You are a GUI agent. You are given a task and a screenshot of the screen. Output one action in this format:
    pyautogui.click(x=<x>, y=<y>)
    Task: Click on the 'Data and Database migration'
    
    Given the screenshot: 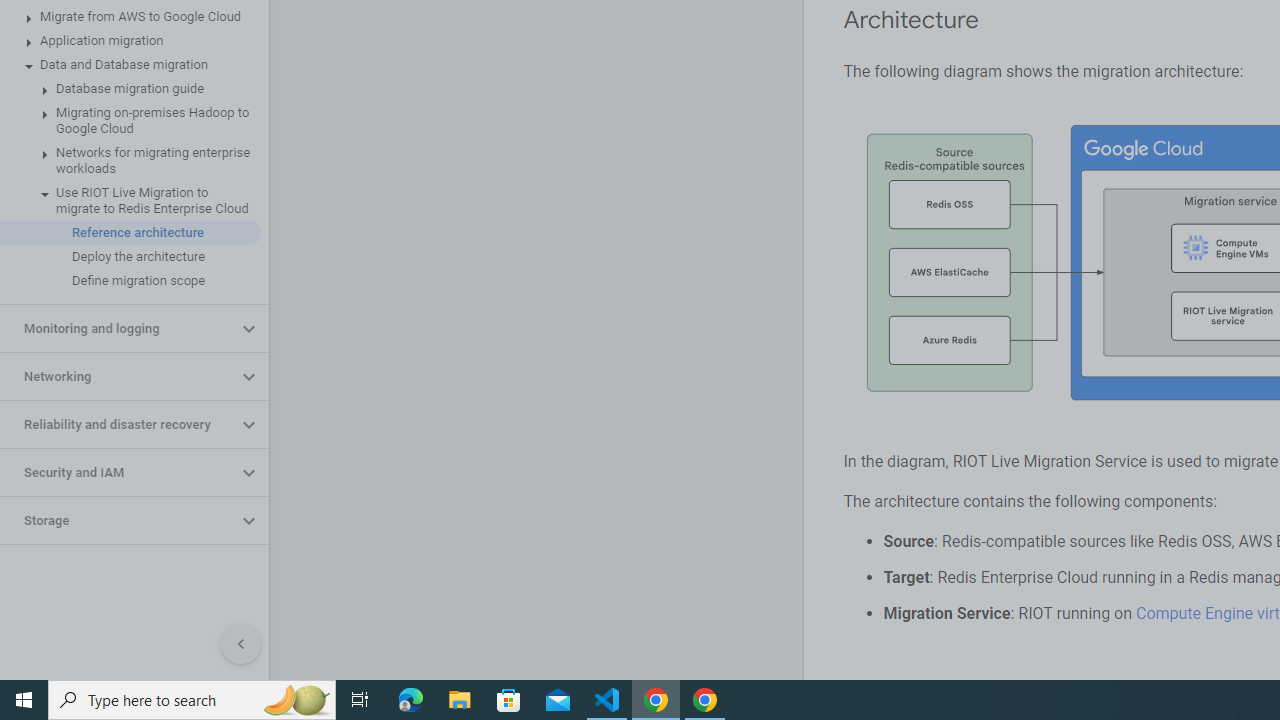 What is the action you would take?
    pyautogui.click(x=129, y=64)
    